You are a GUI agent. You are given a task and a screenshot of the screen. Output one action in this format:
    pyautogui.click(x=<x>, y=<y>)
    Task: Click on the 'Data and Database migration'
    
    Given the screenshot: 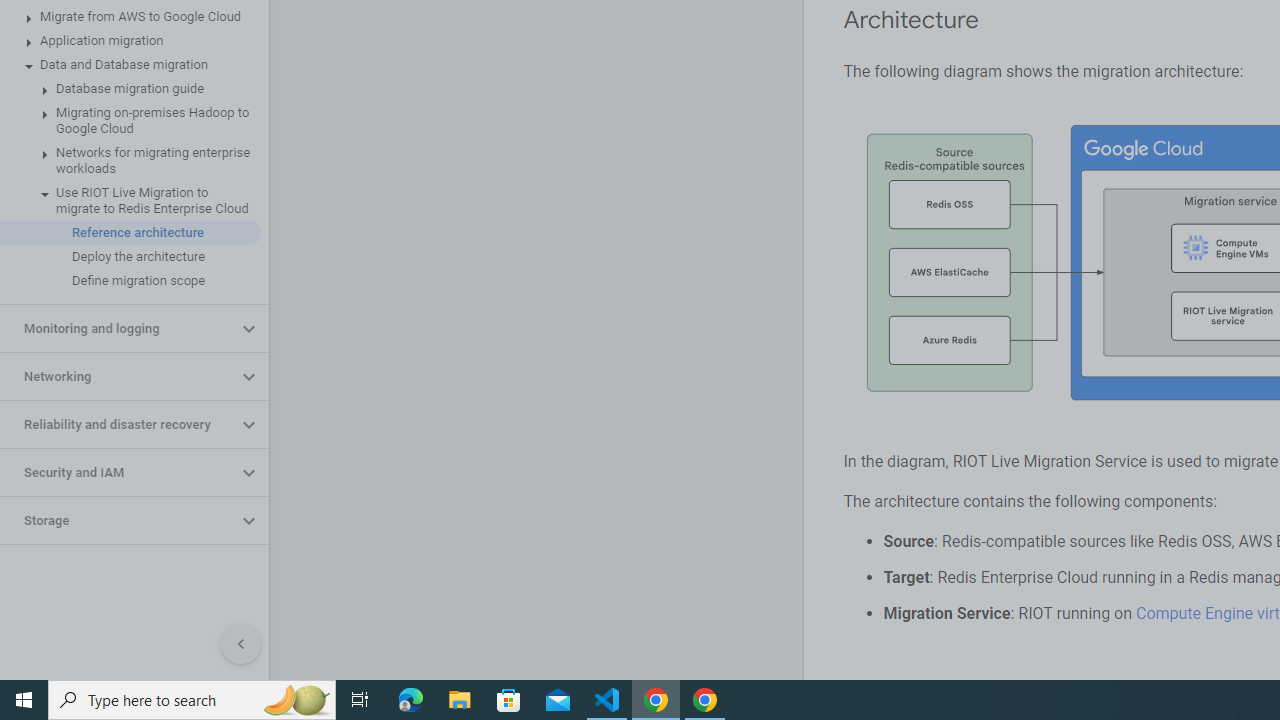 What is the action you would take?
    pyautogui.click(x=129, y=64)
    